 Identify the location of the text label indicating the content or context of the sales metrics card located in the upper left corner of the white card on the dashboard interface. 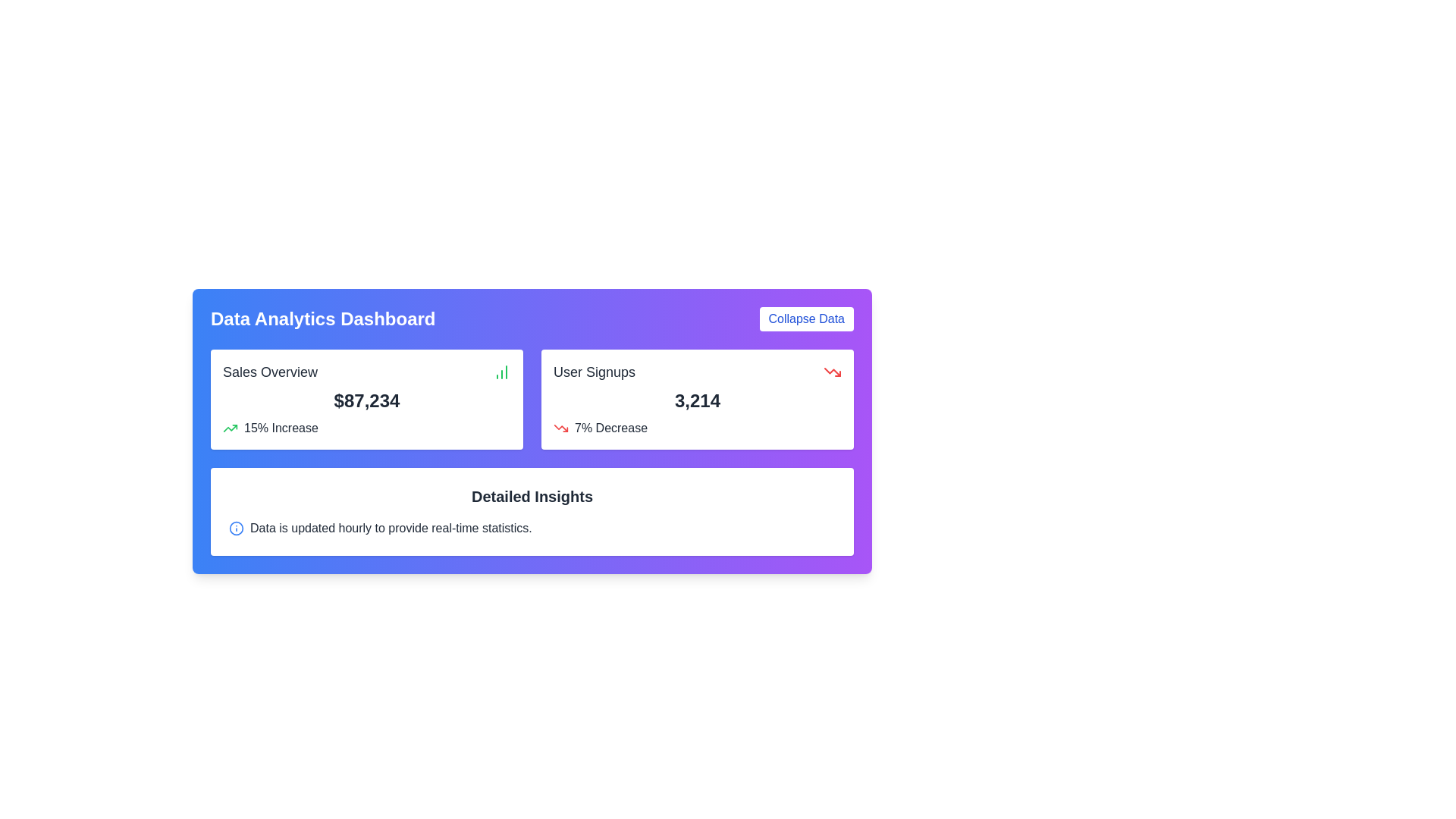
(270, 372).